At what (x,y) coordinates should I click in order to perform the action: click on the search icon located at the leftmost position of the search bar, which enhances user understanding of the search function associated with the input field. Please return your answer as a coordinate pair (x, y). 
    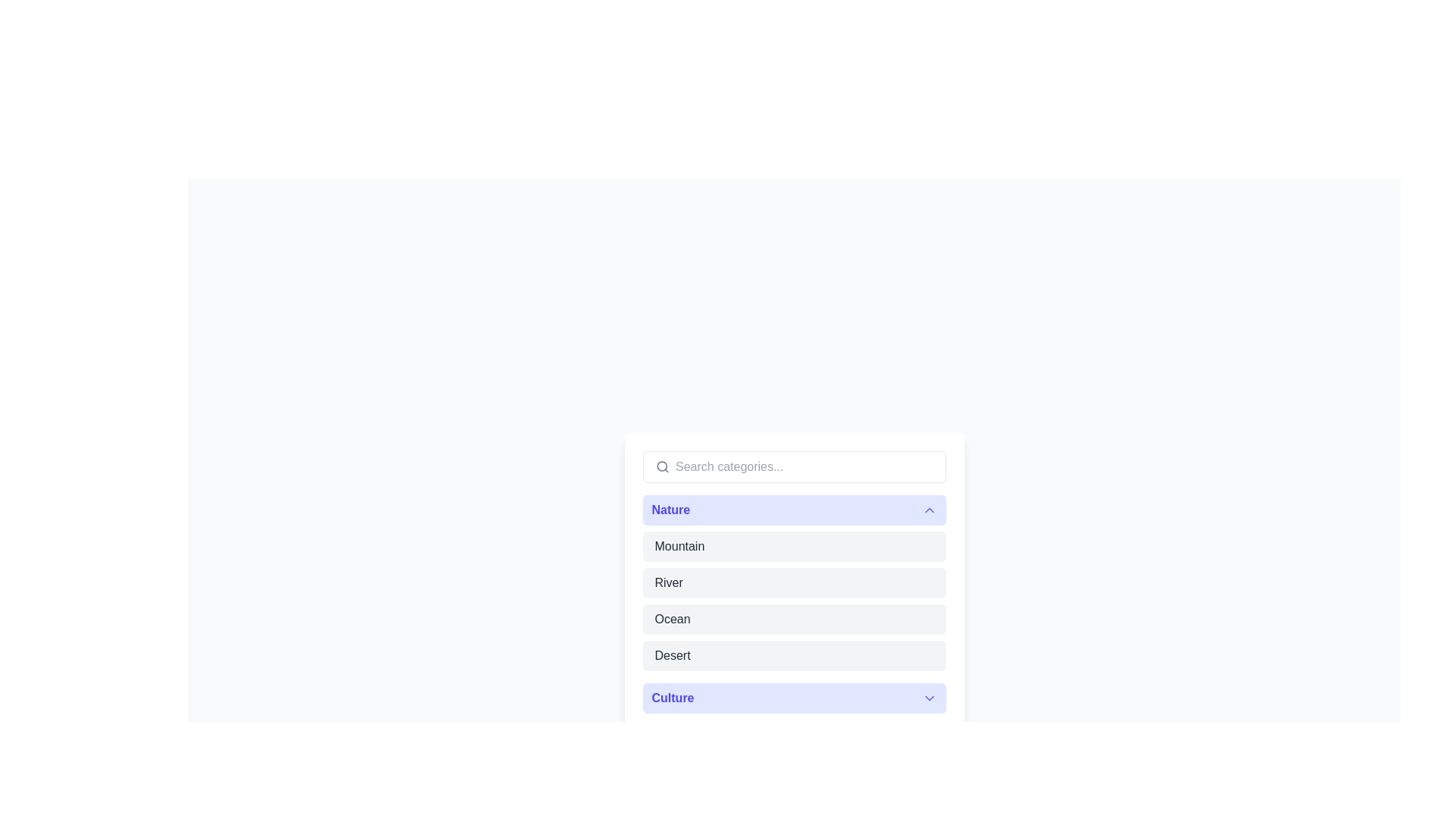
    Looking at the image, I should click on (662, 466).